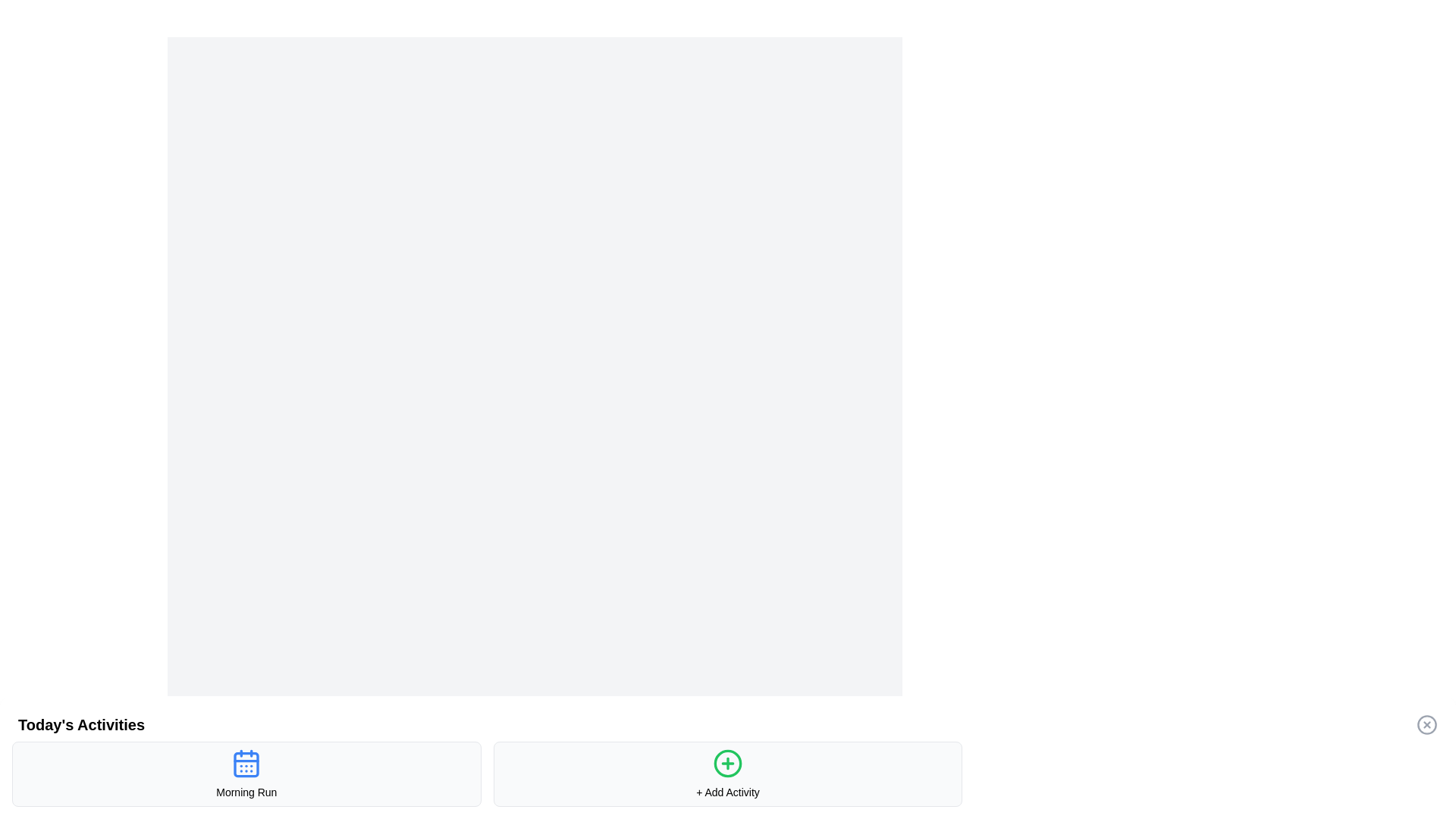 The height and width of the screenshot is (819, 1456). I want to click on the 'Morning Run' Card component, which is the leftmost block in a grid layout located in the bottom-left region of the interface, so click(246, 774).